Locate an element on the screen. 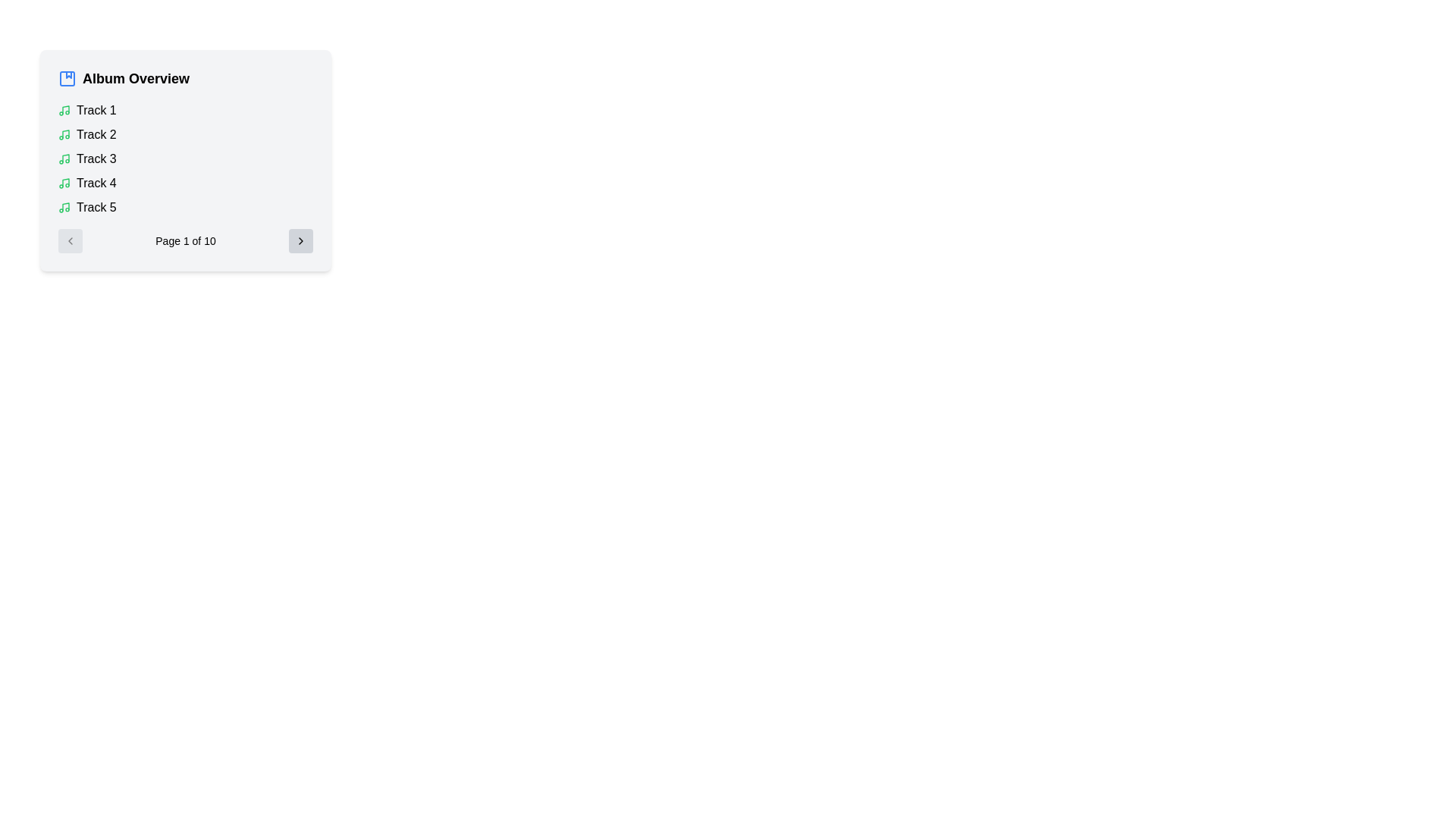 This screenshot has width=1456, height=819. the 'Track 3' text label in the 'Album Overview' list is located at coordinates (96, 158).